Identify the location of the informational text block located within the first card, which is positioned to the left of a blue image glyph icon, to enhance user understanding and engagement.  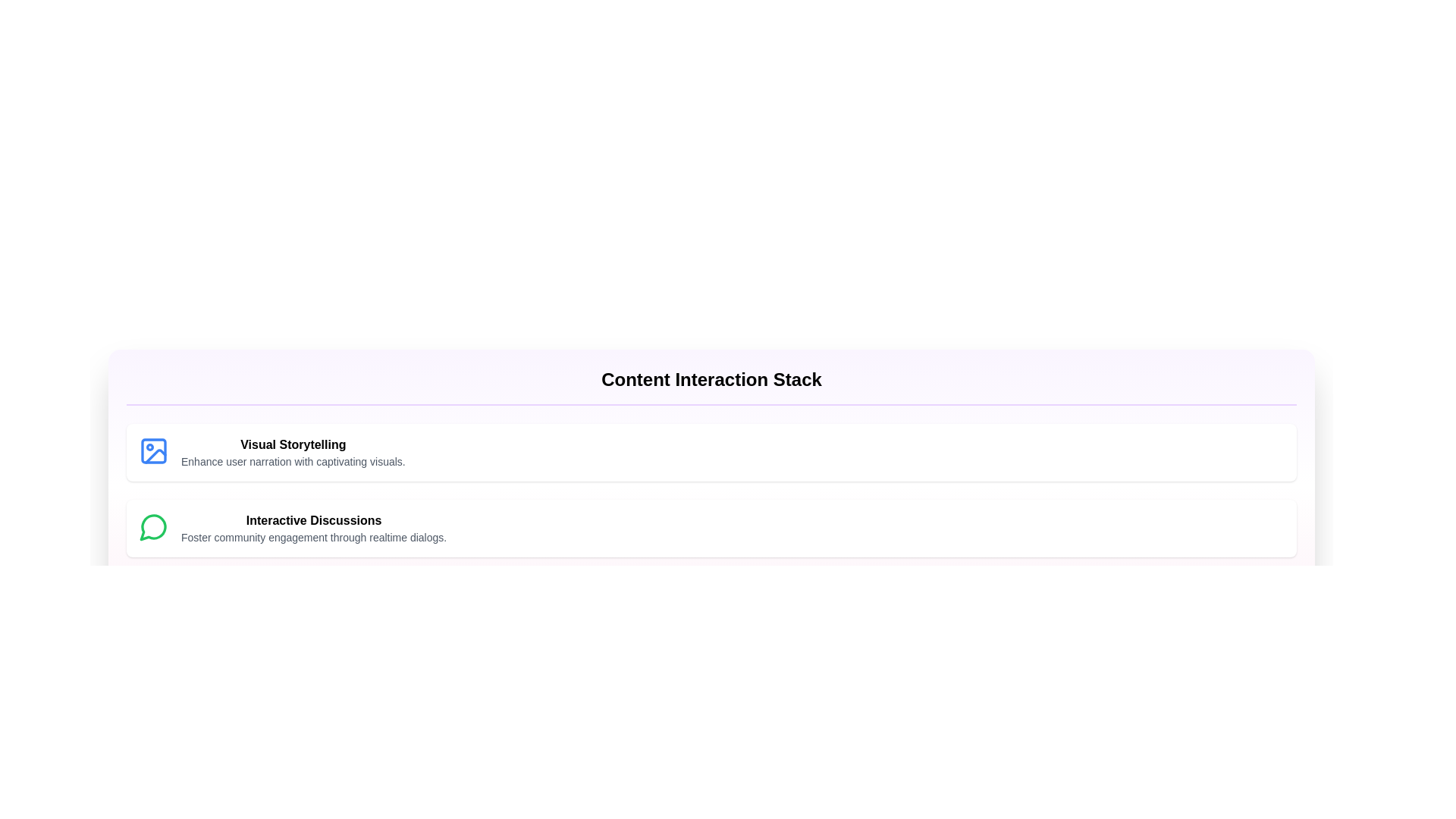
(293, 452).